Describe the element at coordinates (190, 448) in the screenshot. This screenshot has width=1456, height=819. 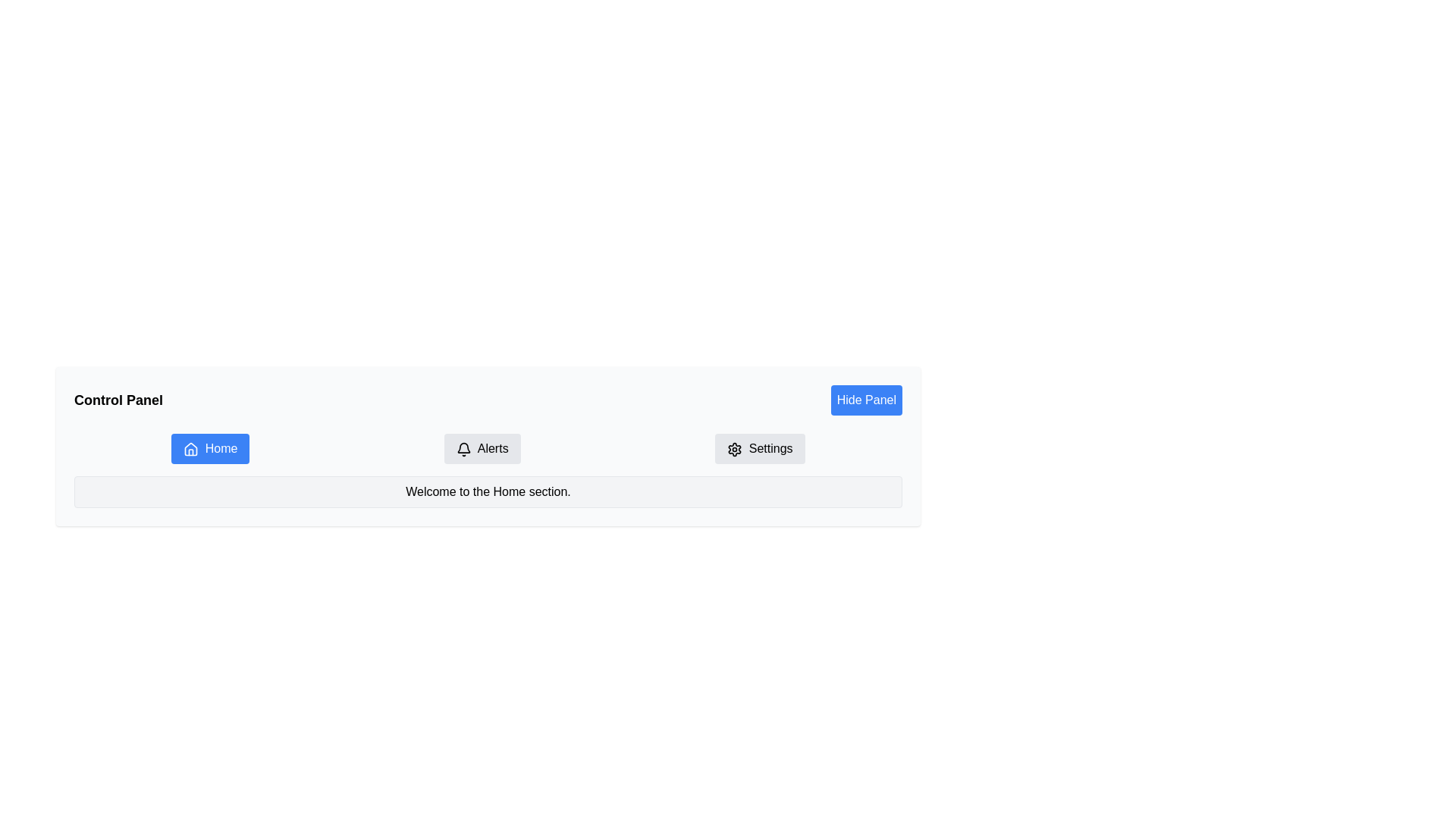
I see `the house-shaped icon located on the left side of the navigation area` at that location.